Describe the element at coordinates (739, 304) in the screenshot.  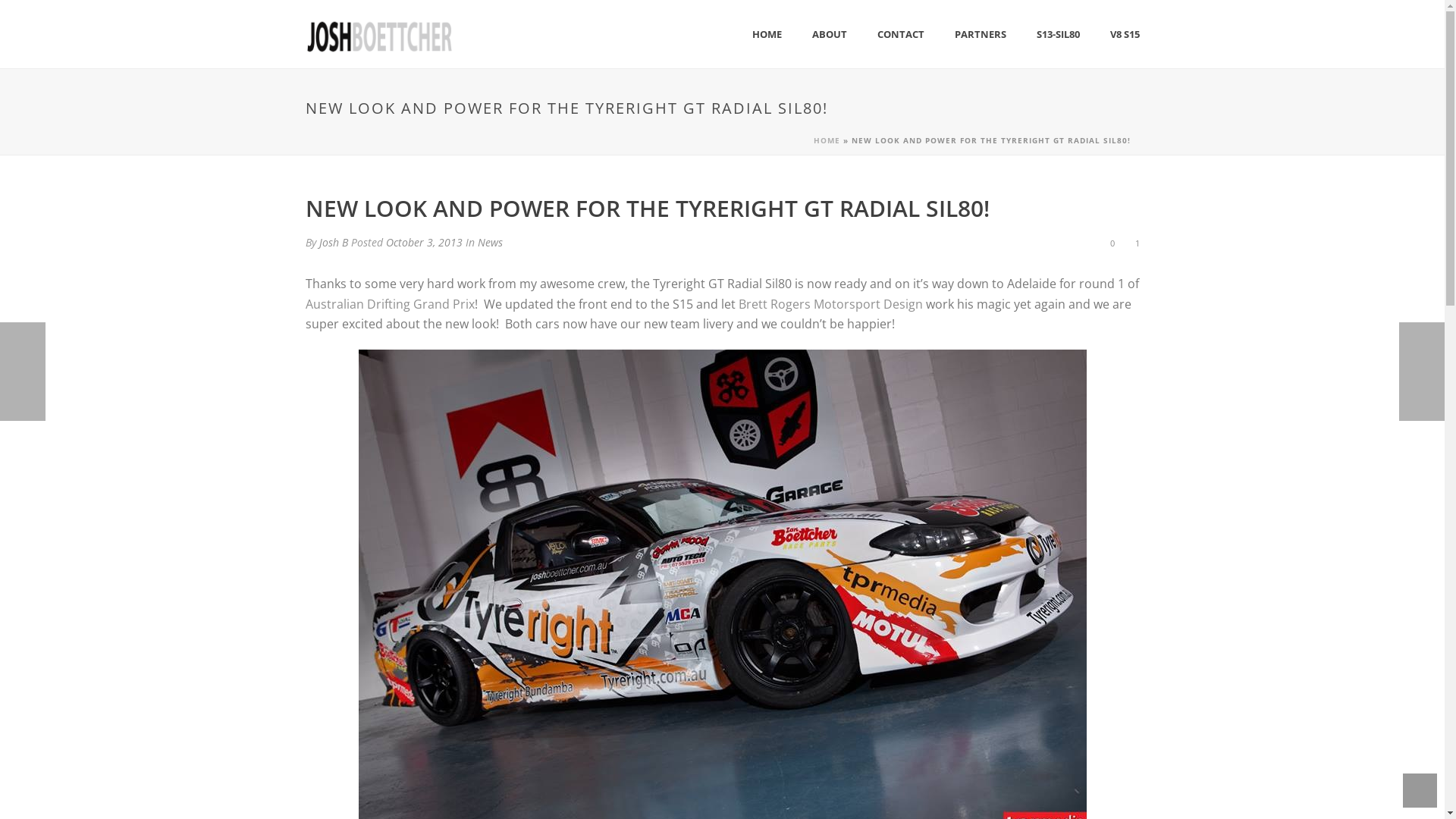
I see `'Brett Rogers Motorsport Design'` at that location.